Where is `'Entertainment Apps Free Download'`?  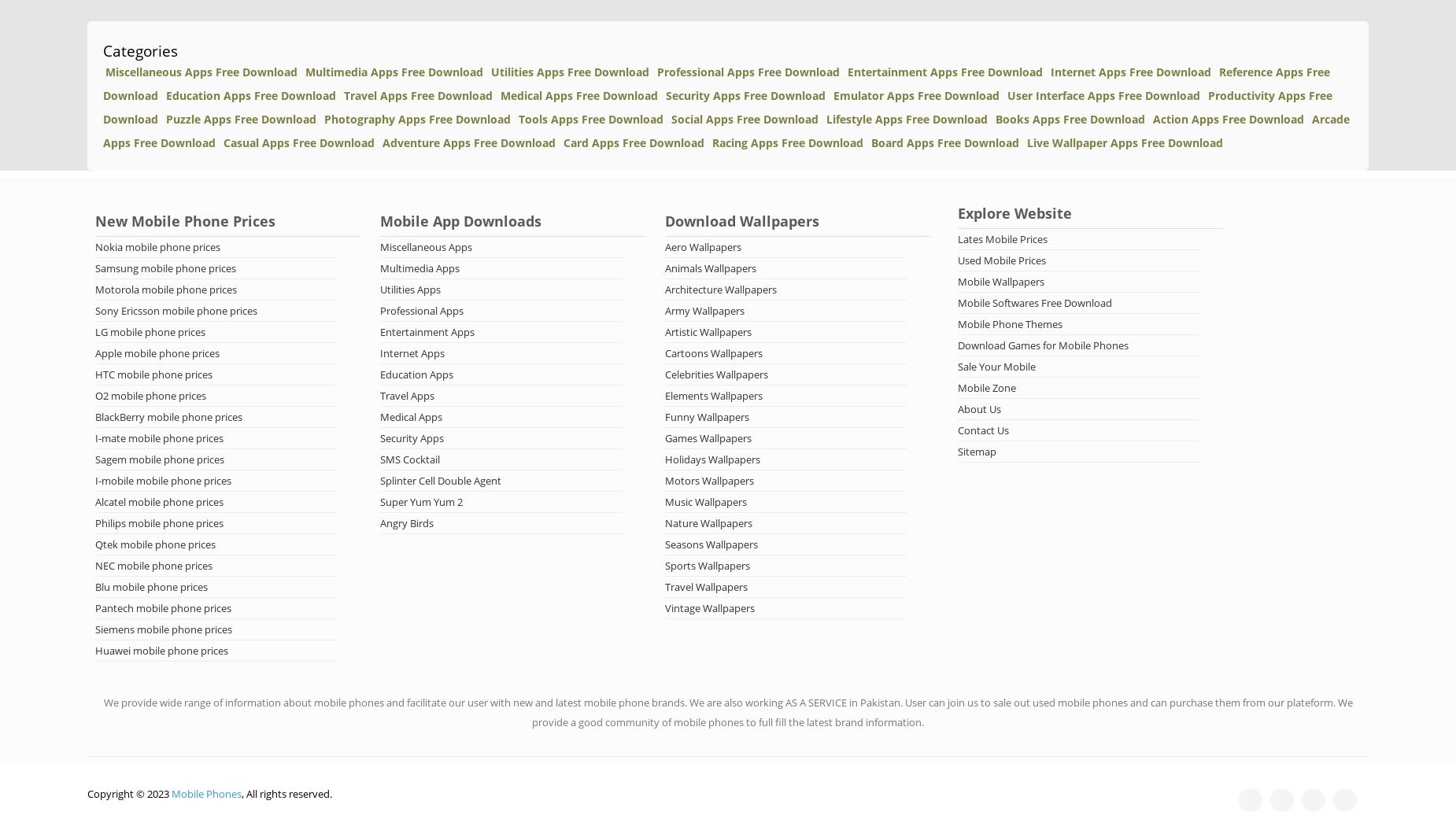
'Entertainment Apps Free Download' is located at coordinates (944, 71).